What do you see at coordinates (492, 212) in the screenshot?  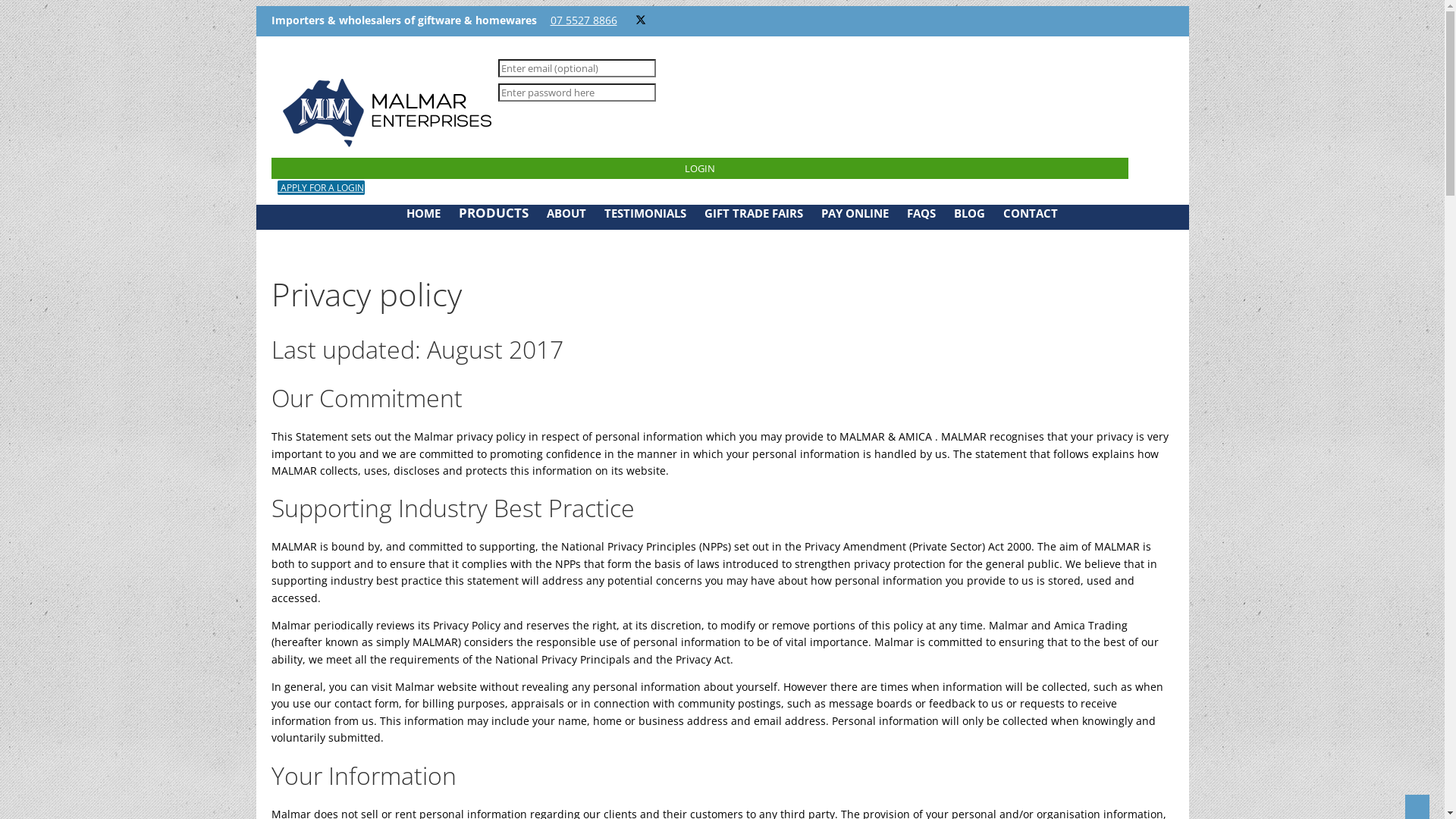 I see `'PRODUCTS'` at bounding box center [492, 212].